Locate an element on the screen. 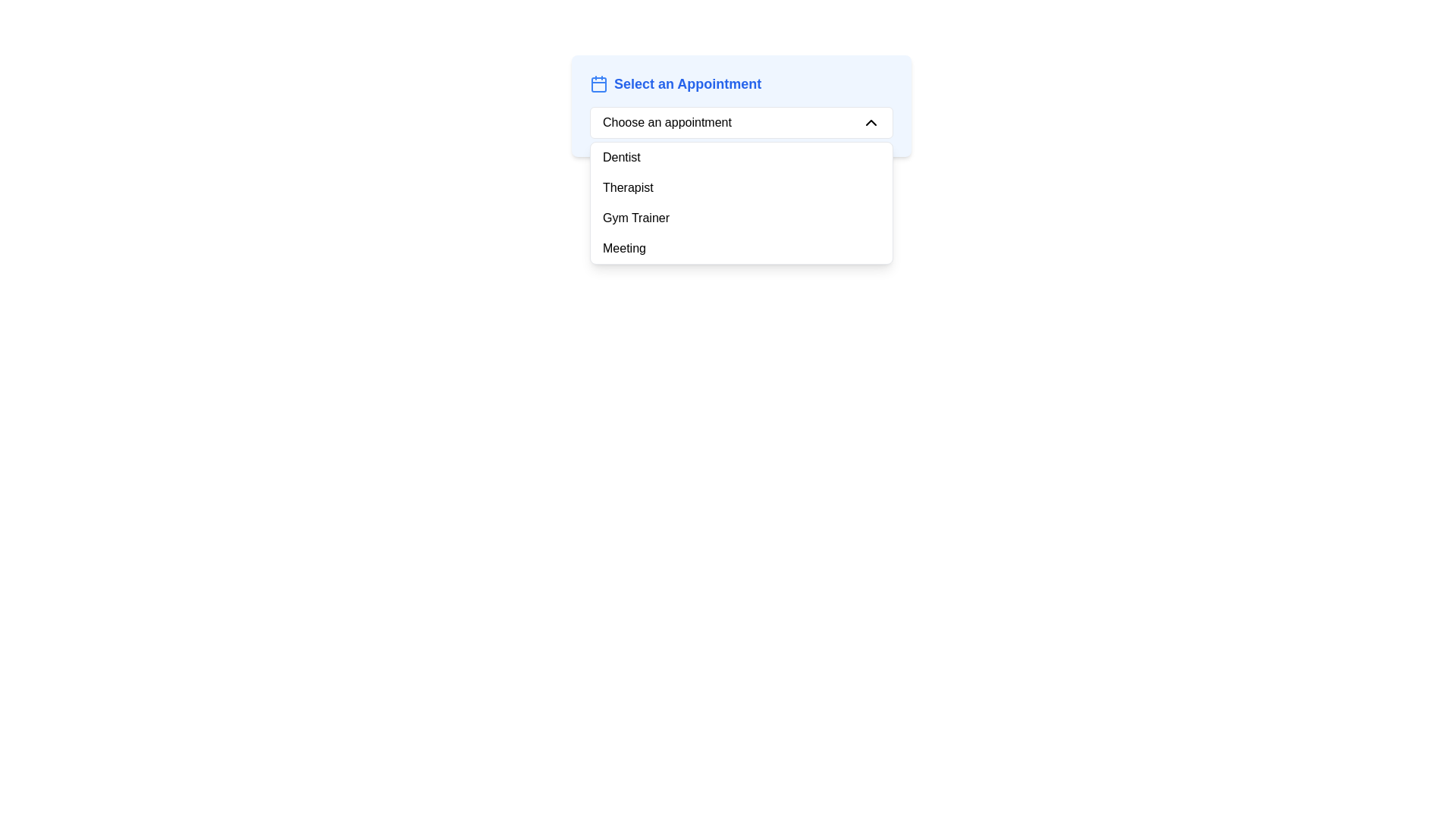 The height and width of the screenshot is (819, 1456). the dropdown menu item labeled 'Meeting', which is the fourth option in the dropdown list is located at coordinates (742, 247).